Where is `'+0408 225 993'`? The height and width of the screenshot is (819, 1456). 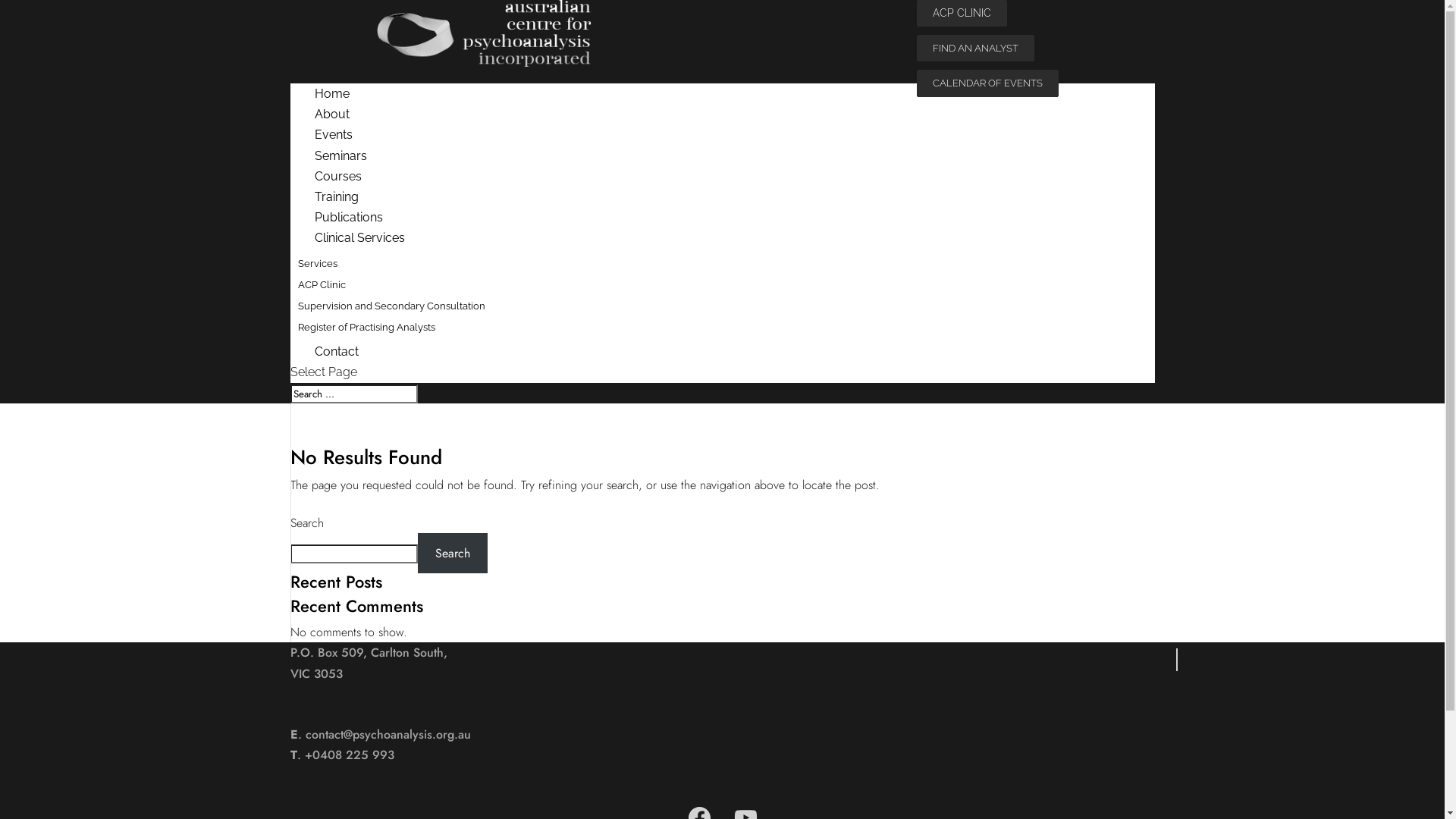
'+0408 225 993' is located at coordinates (348, 755).